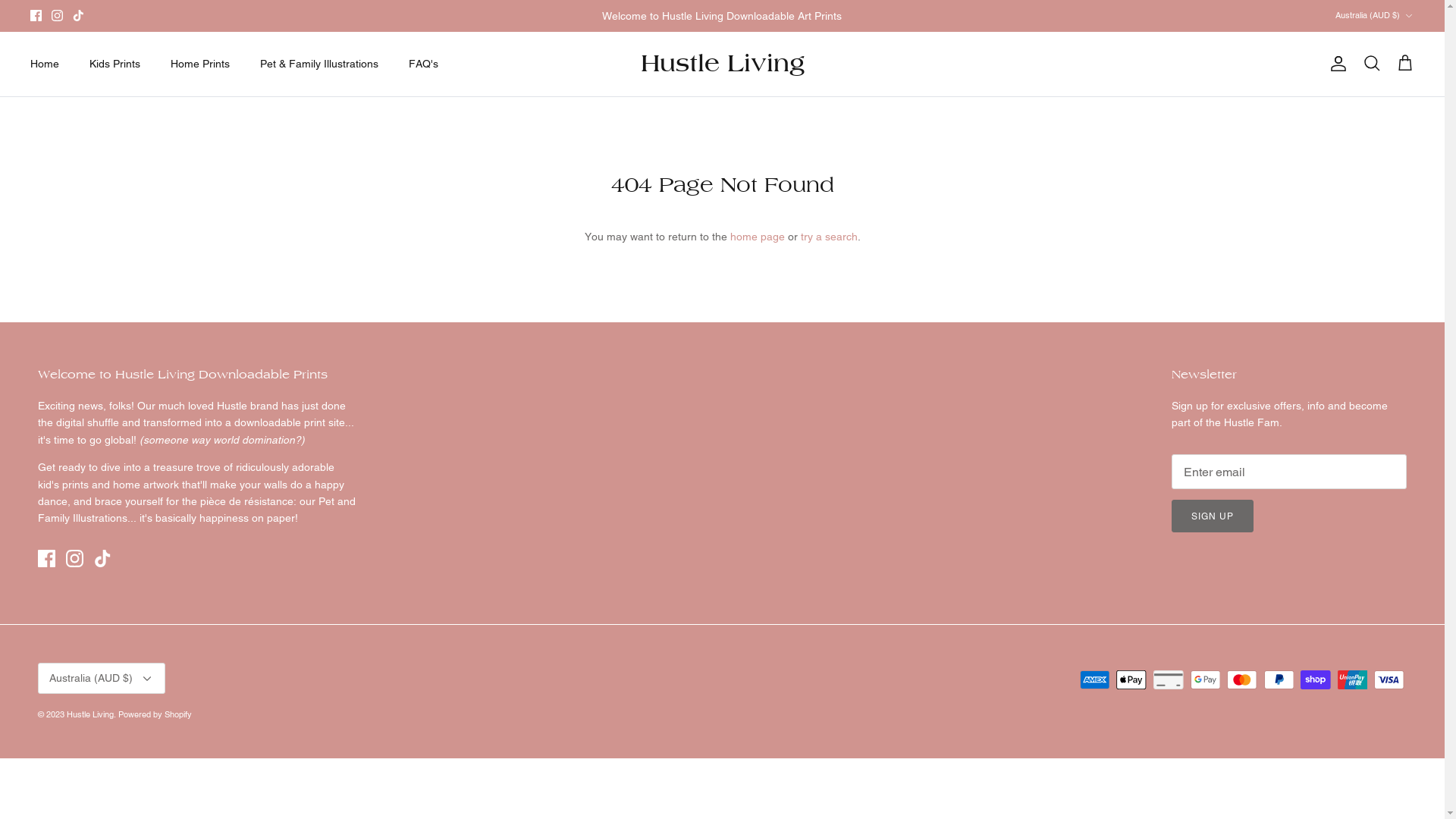 This screenshot has height=819, width=1456. I want to click on 'Cart', so click(1404, 63).